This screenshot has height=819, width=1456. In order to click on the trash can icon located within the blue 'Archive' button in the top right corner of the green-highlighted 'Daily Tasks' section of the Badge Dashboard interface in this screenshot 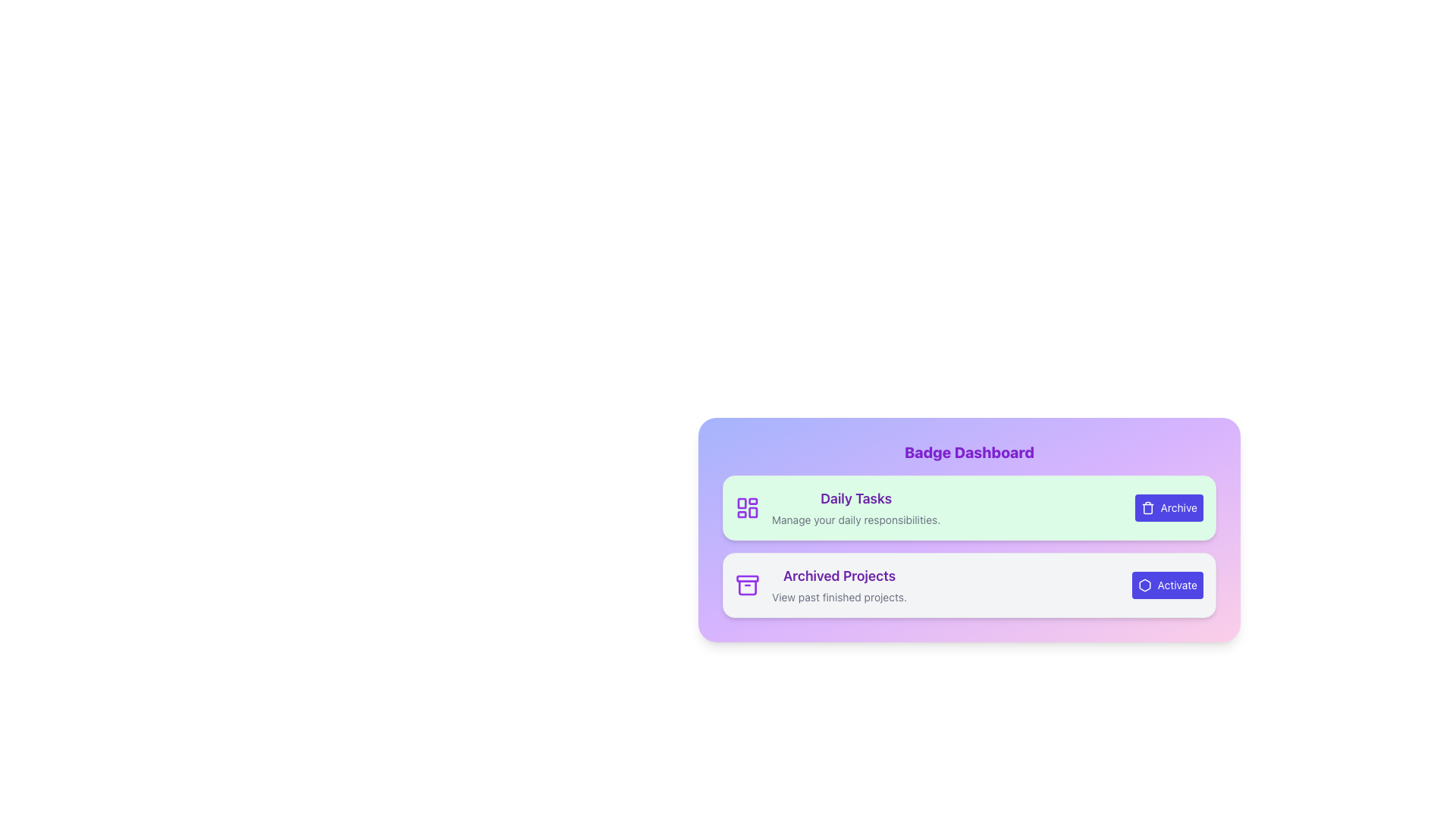, I will do `click(1147, 508)`.